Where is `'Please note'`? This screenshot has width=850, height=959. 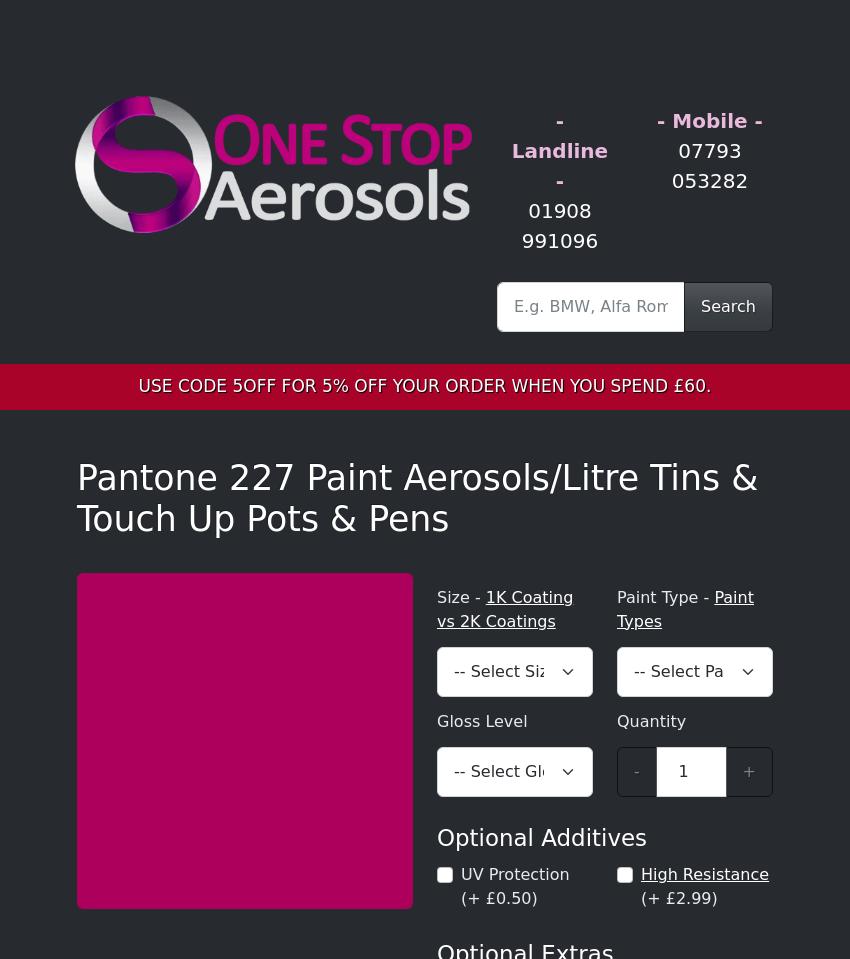 'Please note' is located at coordinates (77, 301).